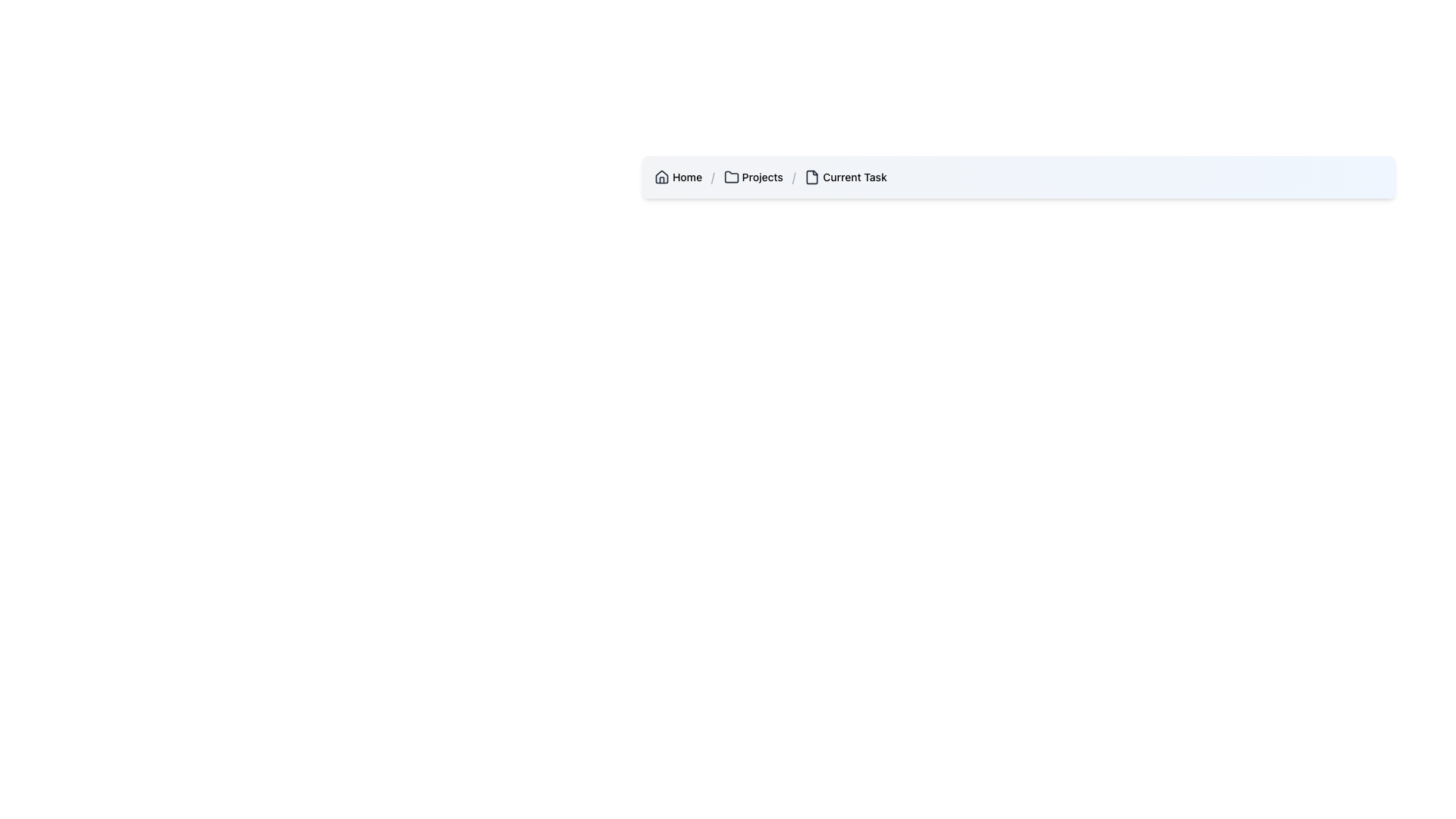  What do you see at coordinates (662, 177) in the screenshot?
I see `the homepage icon located at the top-left corner of the breadcrumb navigation bar, preceding the text label 'Home'` at bounding box center [662, 177].